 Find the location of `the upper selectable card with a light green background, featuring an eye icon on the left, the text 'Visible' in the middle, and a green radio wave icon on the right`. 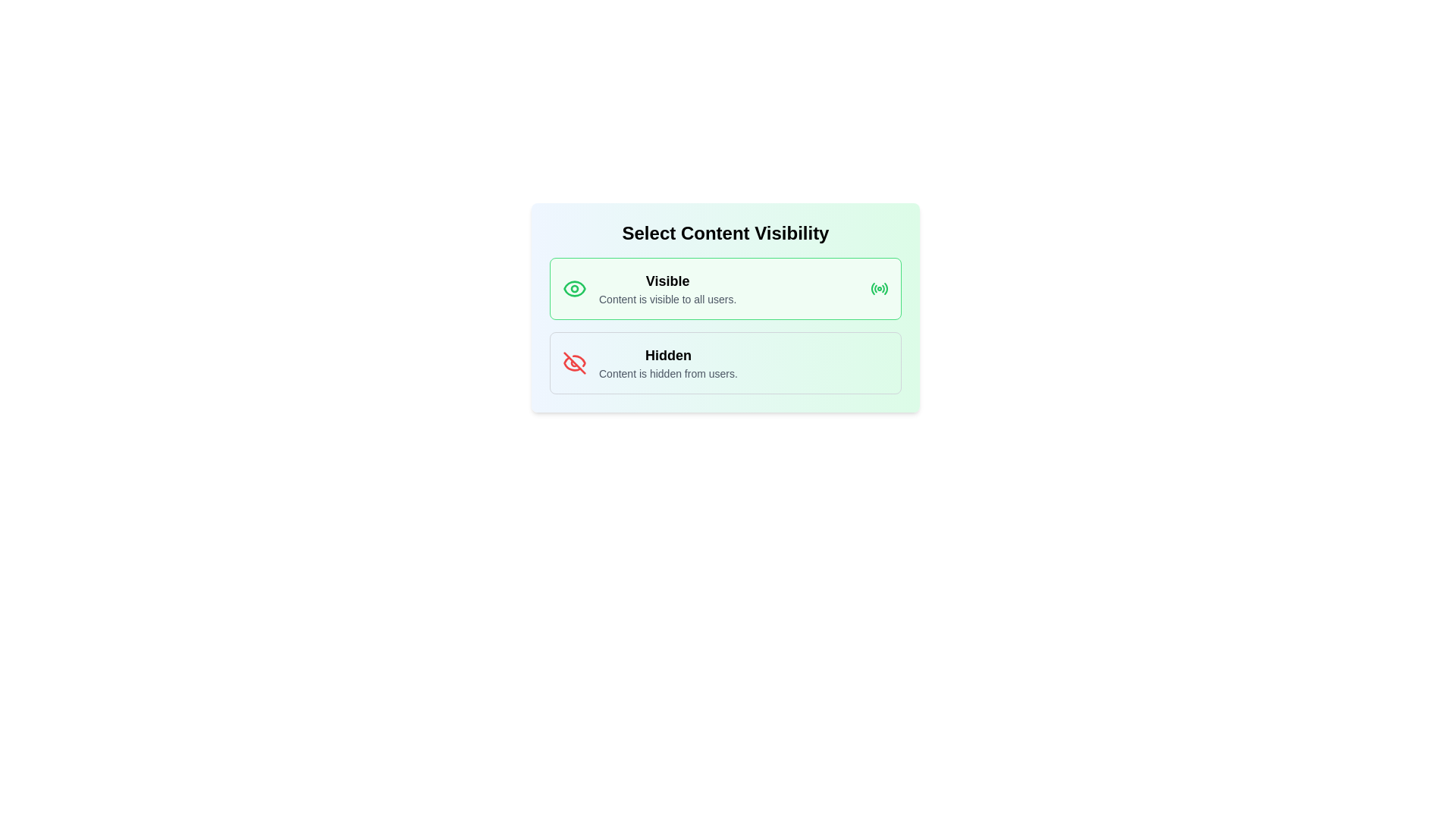

the upper selectable card with a light green background, featuring an eye icon on the left, the text 'Visible' in the middle, and a green radio wave icon on the right is located at coordinates (724, 289).